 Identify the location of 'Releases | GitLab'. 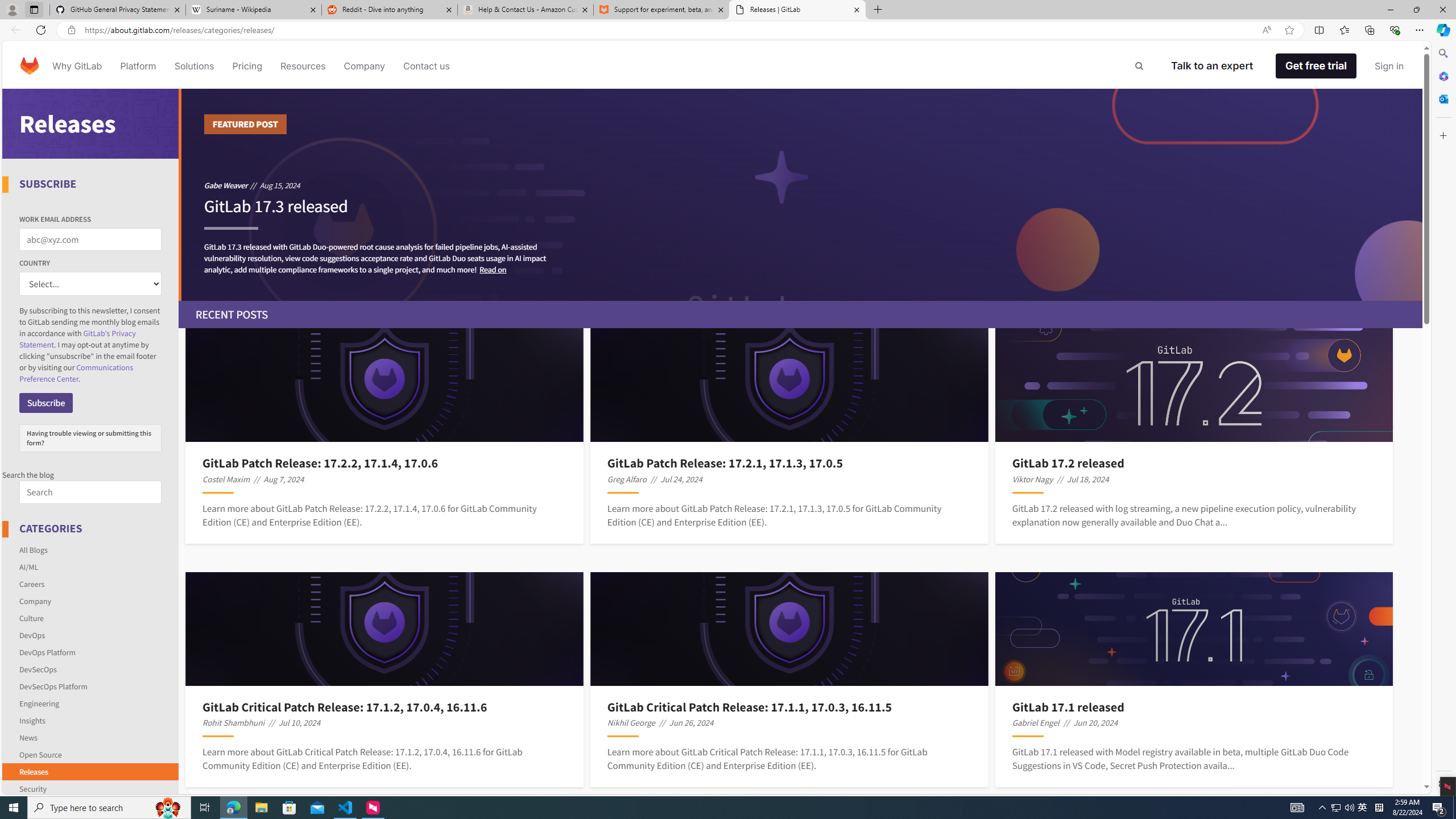
(797, 9).